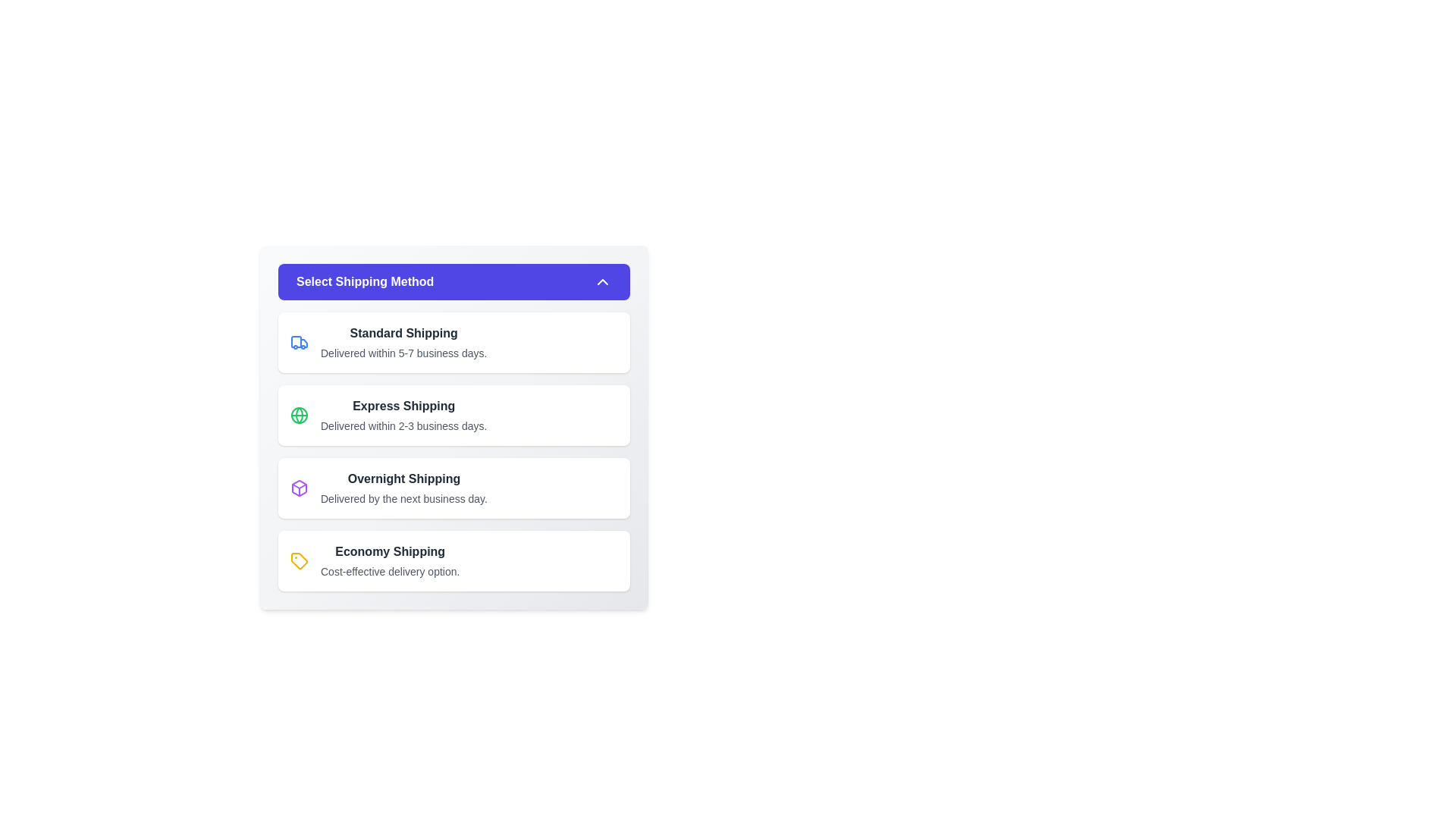 The image size is (1456, 819). What do you see at coordinates (299, 561) in the screenshot?
I see `the vibrant yellow rounded hexagonal icon located to the left of the 'Economy Shipping' text in the shipping methods list` at bounding box center [299, 561].